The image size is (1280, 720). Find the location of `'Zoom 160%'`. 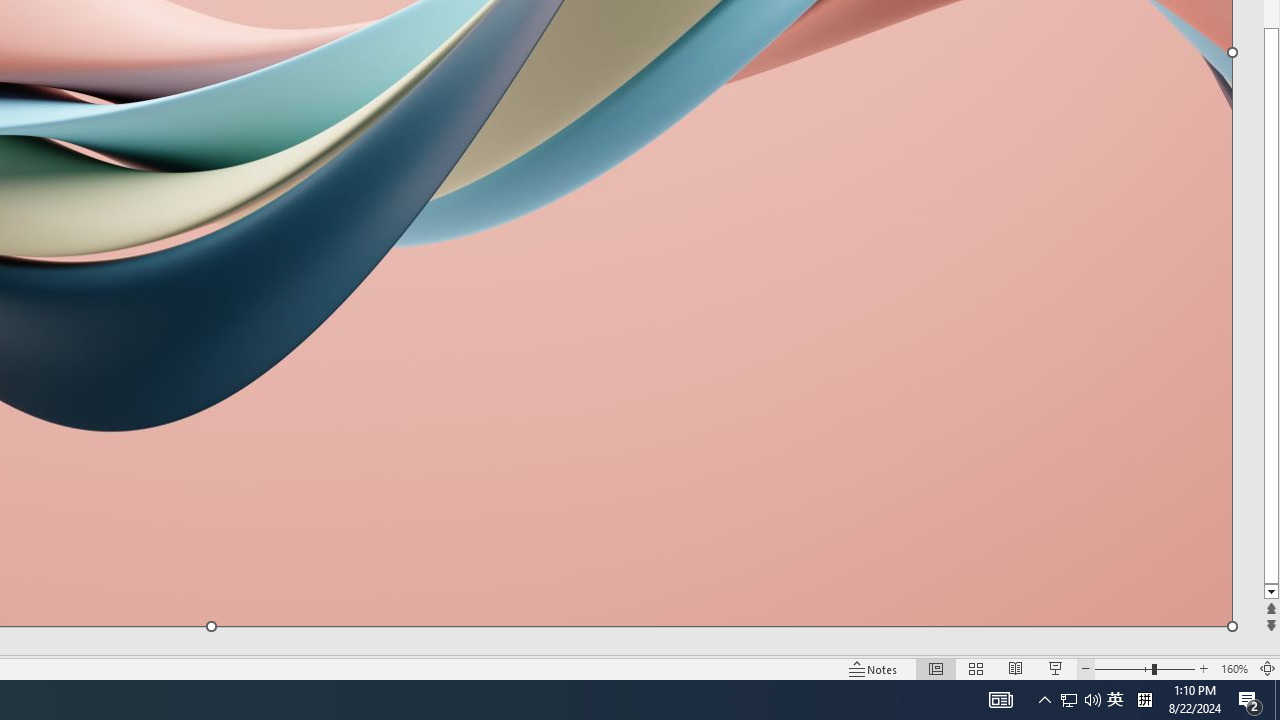

'Zoom 160%' is located at coordinates (1233, 669).